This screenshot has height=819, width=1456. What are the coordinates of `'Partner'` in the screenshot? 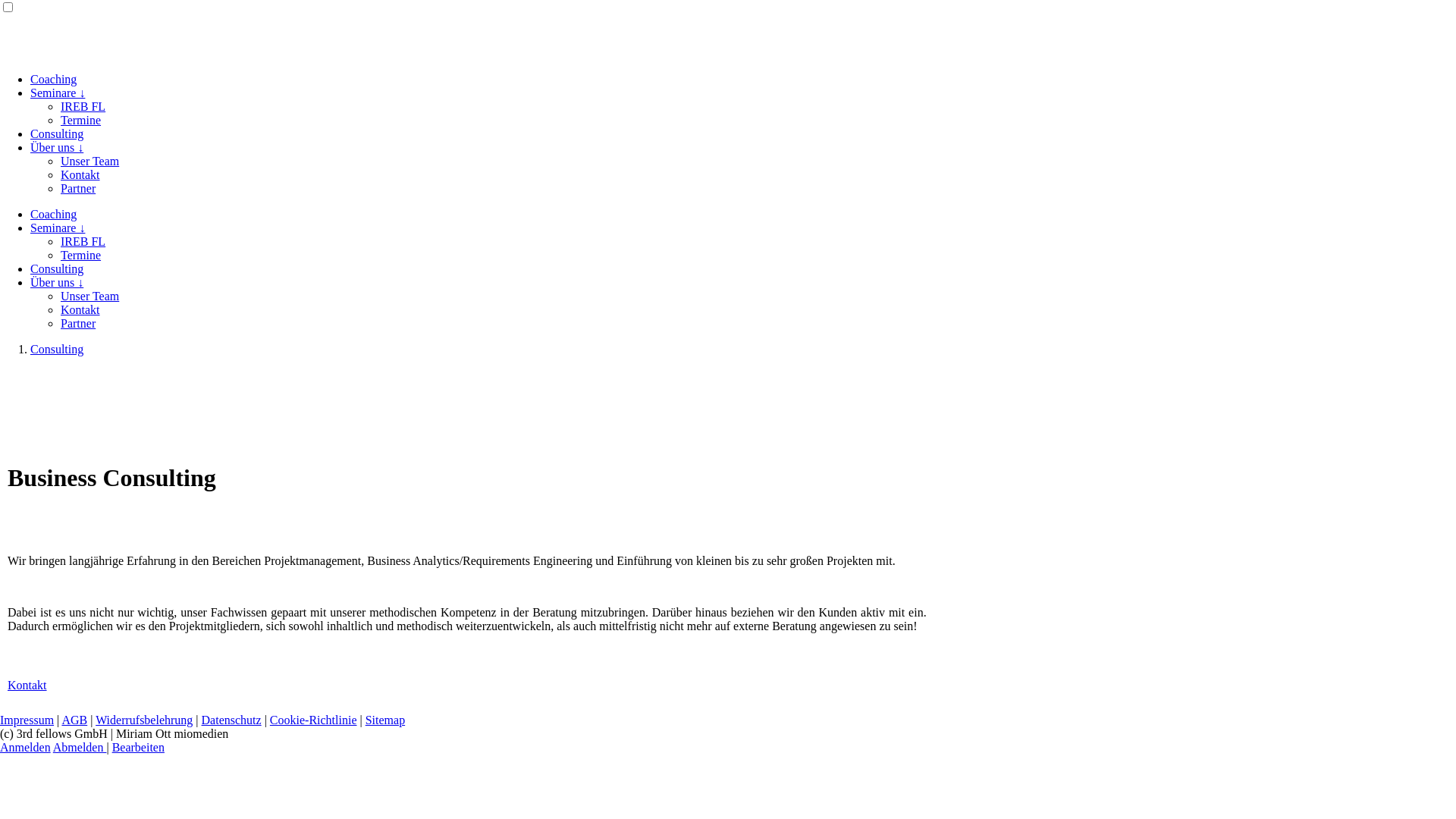 It's located at (61, 322).